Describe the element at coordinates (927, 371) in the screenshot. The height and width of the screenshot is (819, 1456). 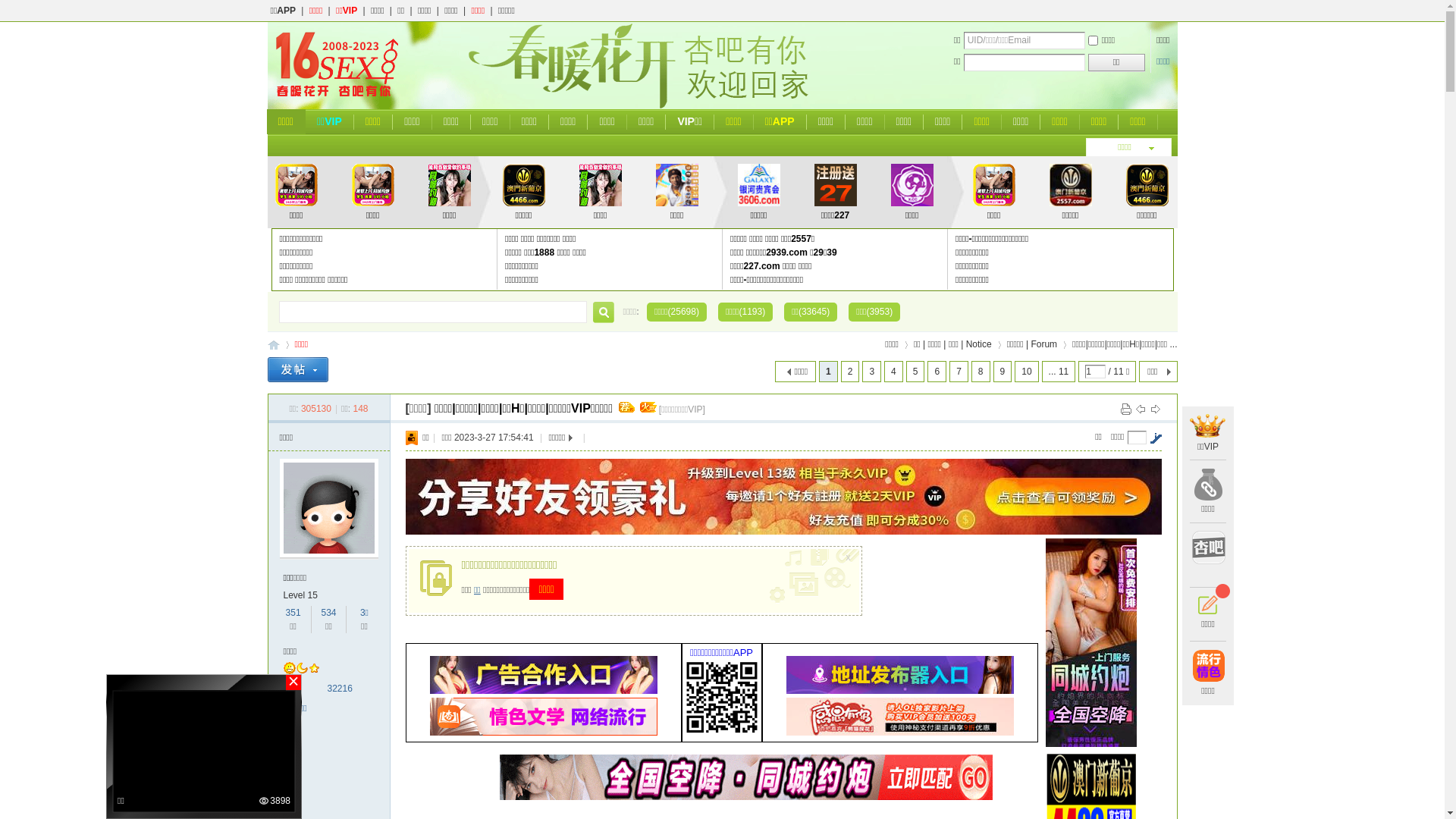
I see `'6'` at that location.